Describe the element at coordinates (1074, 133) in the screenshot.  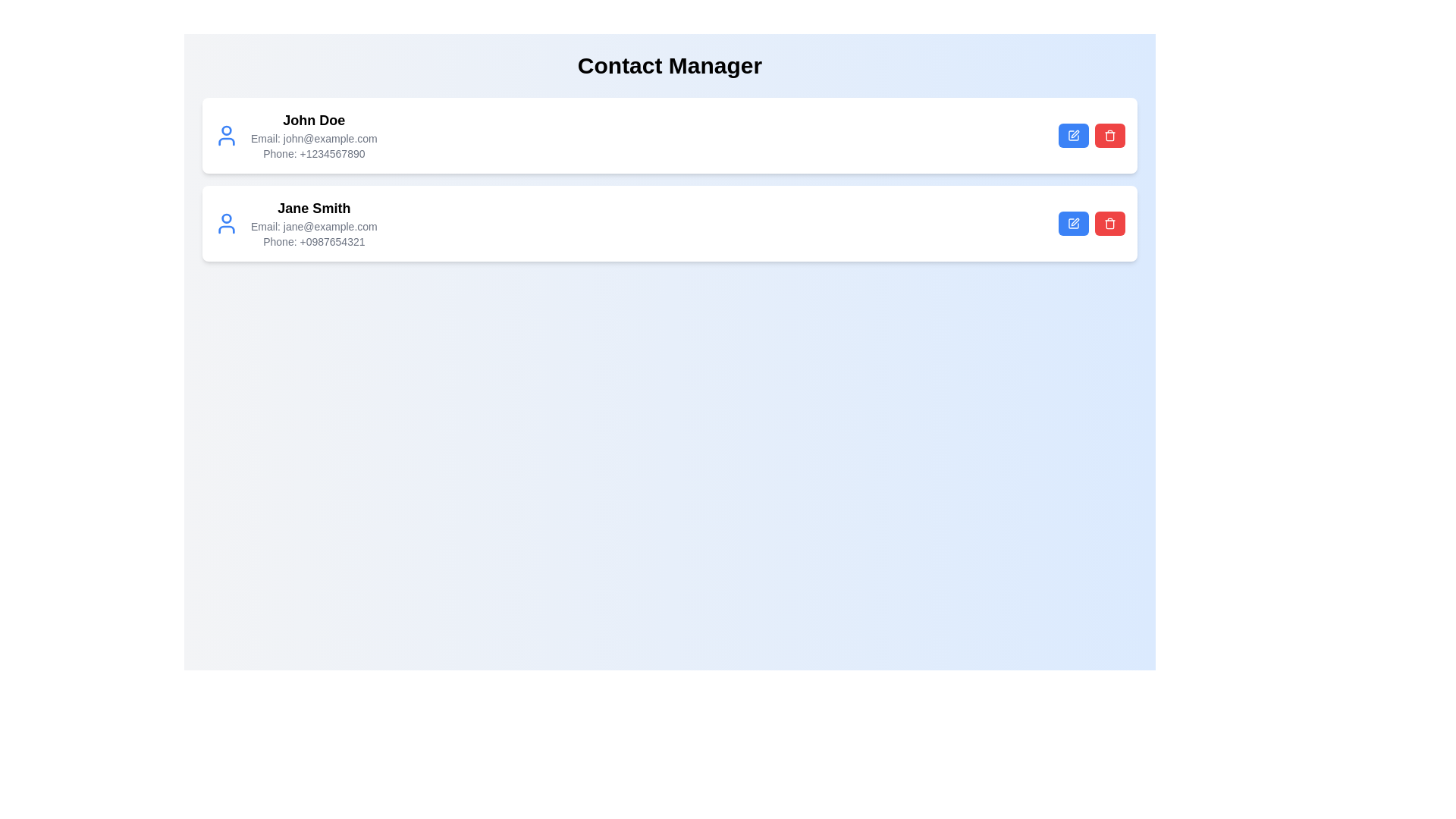
I see `the edit icon, which is a small blue pen graphic located in the top right corner of the first contact information card, embedded within a blue circular button` at that location.